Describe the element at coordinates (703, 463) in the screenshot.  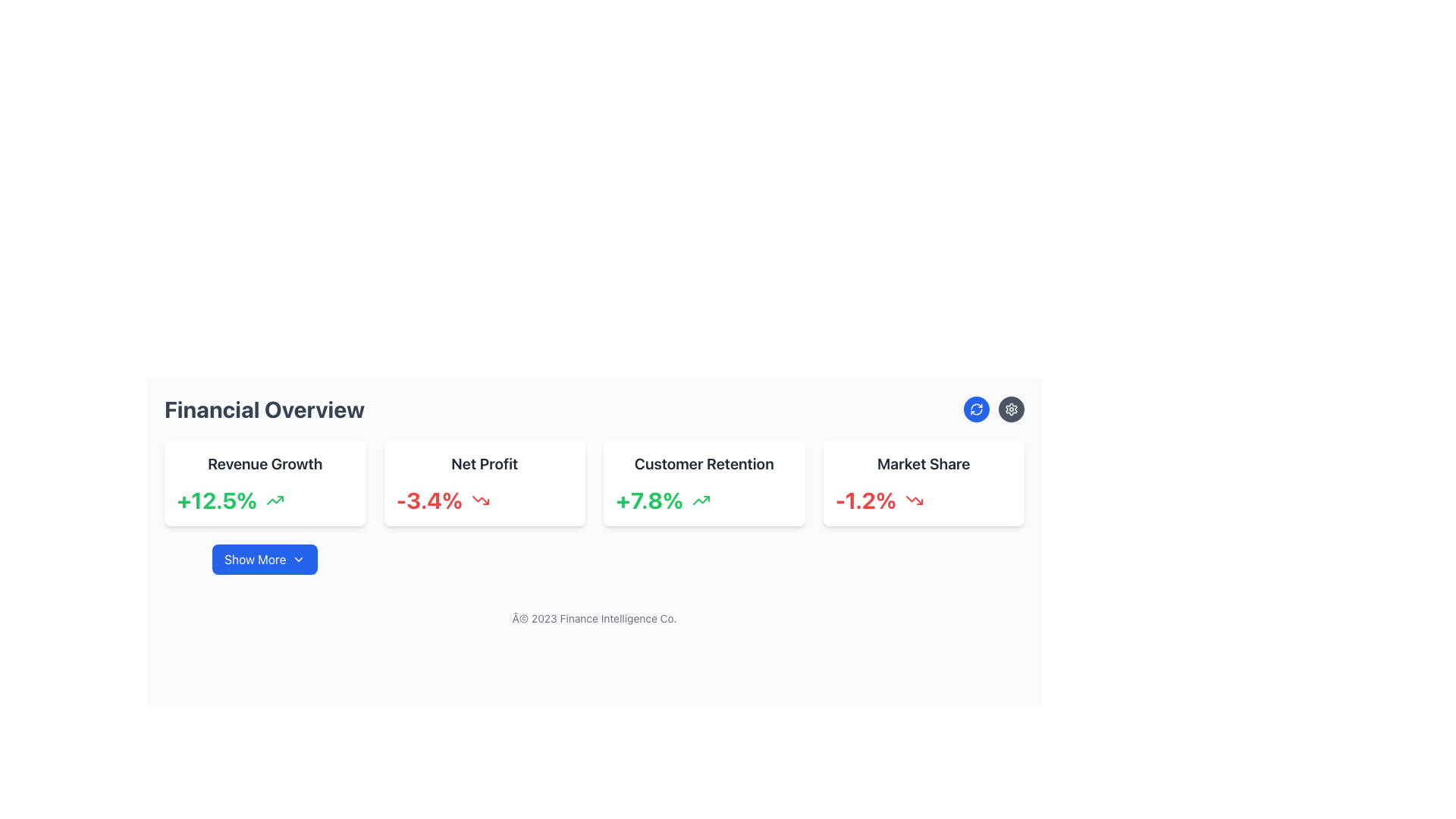
I see `the text label that identifies the card as pertaining to 'Customer Retention', which is positioned at the top of its card interface` at that location.